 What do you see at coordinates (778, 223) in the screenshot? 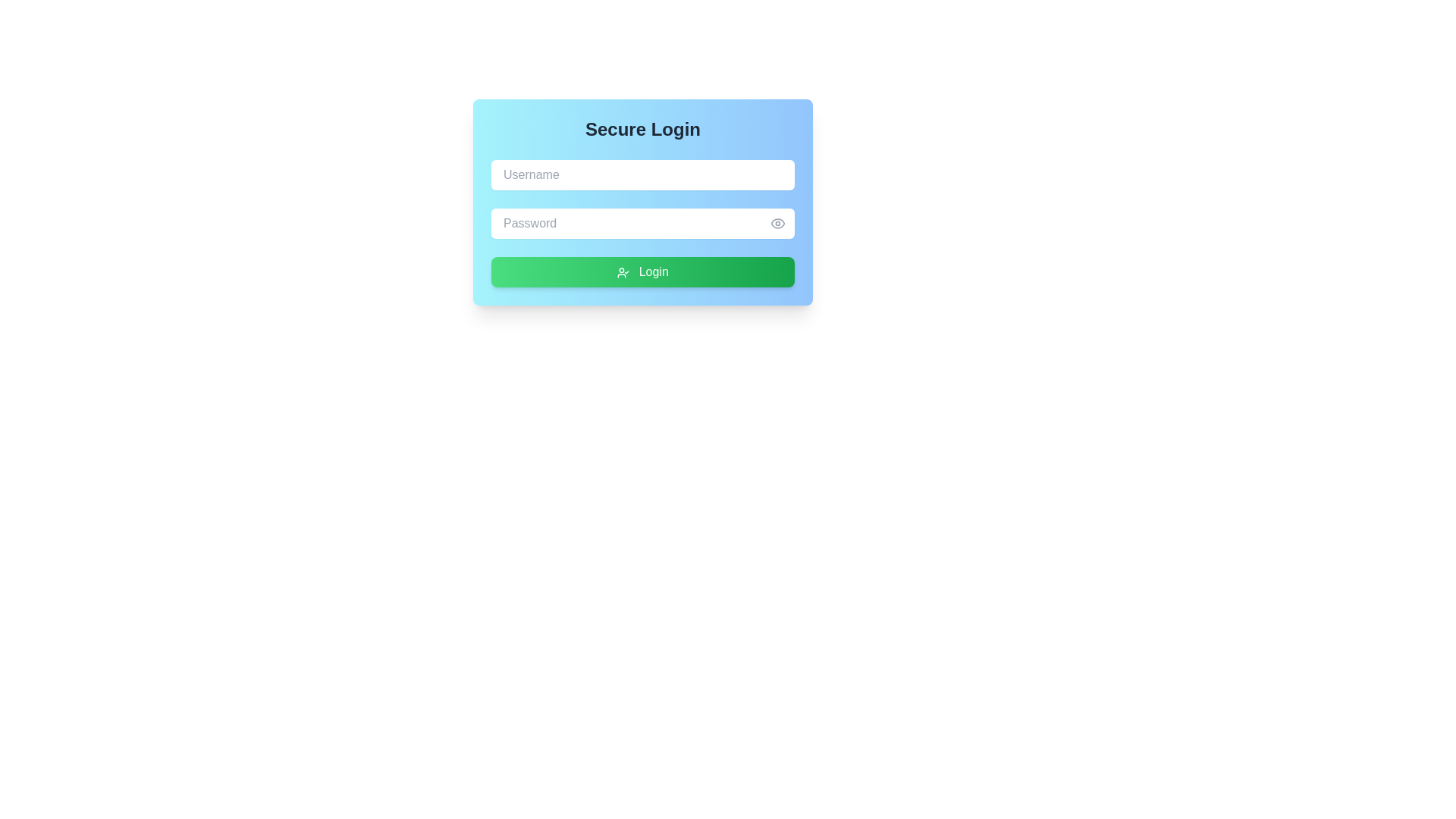
I see `the visibility toggle button located at the right end of the password input field to observe potential hover effects` at bounding box center [778, 223].